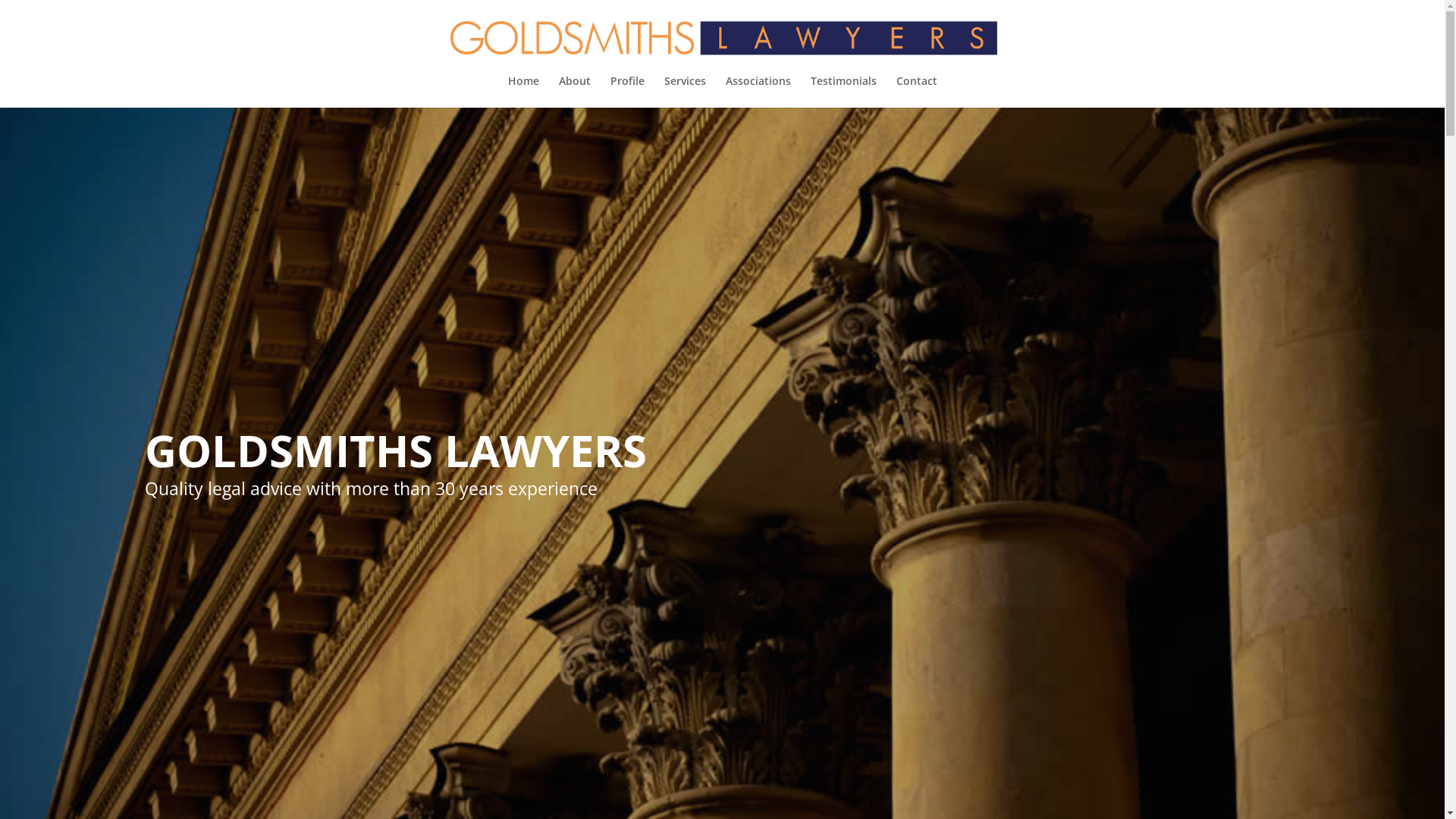  What do you see at coordinates (557, 91) in the screenshot?
I see `'About'` at bounding box center [557, 91].